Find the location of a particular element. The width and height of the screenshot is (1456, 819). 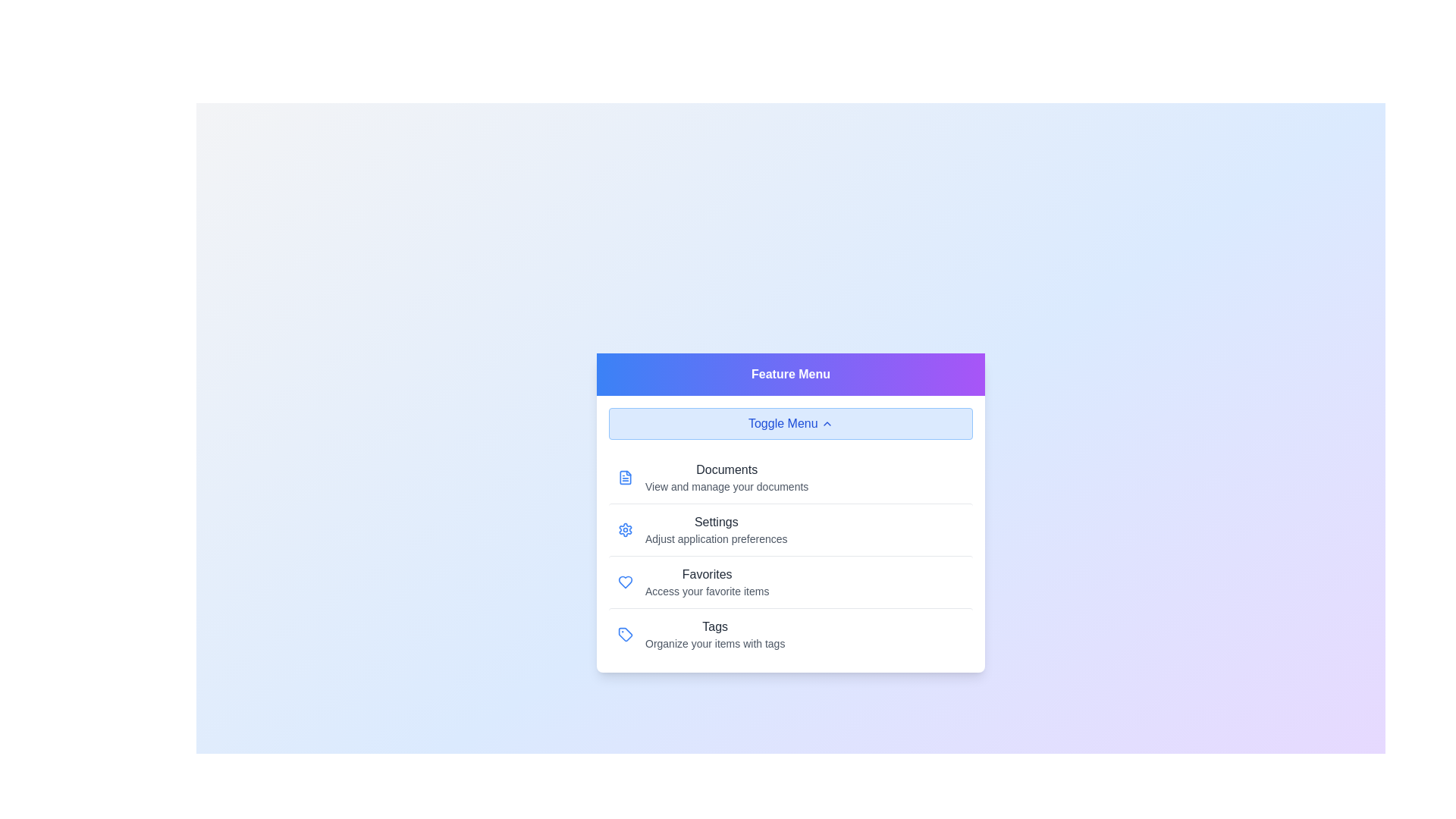

the menu option Tags by clicking on it is located at coordinates (789, 634).